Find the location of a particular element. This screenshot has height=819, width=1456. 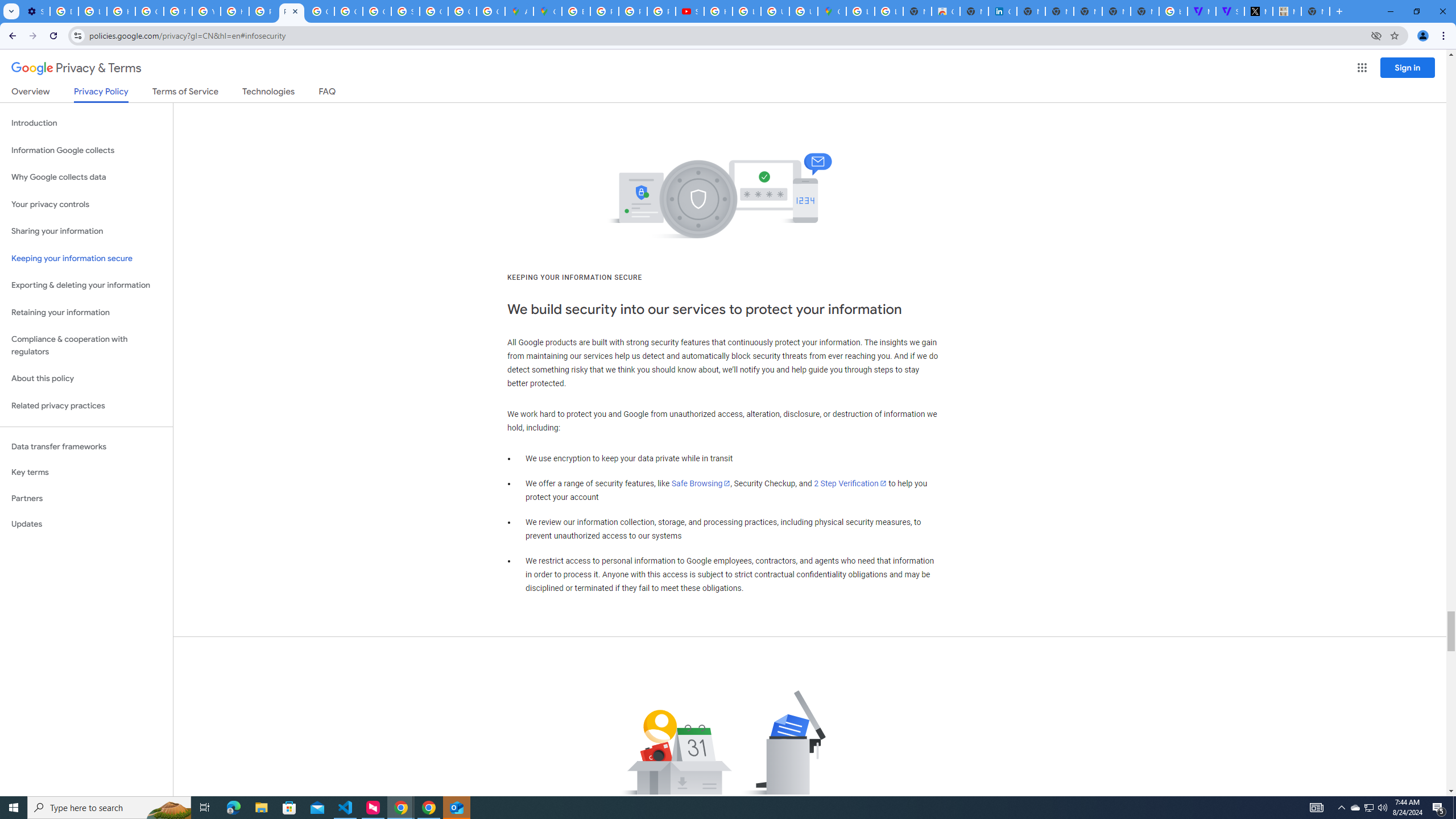

'Exporting & deleting your information' is located at coordinates (86, 285).